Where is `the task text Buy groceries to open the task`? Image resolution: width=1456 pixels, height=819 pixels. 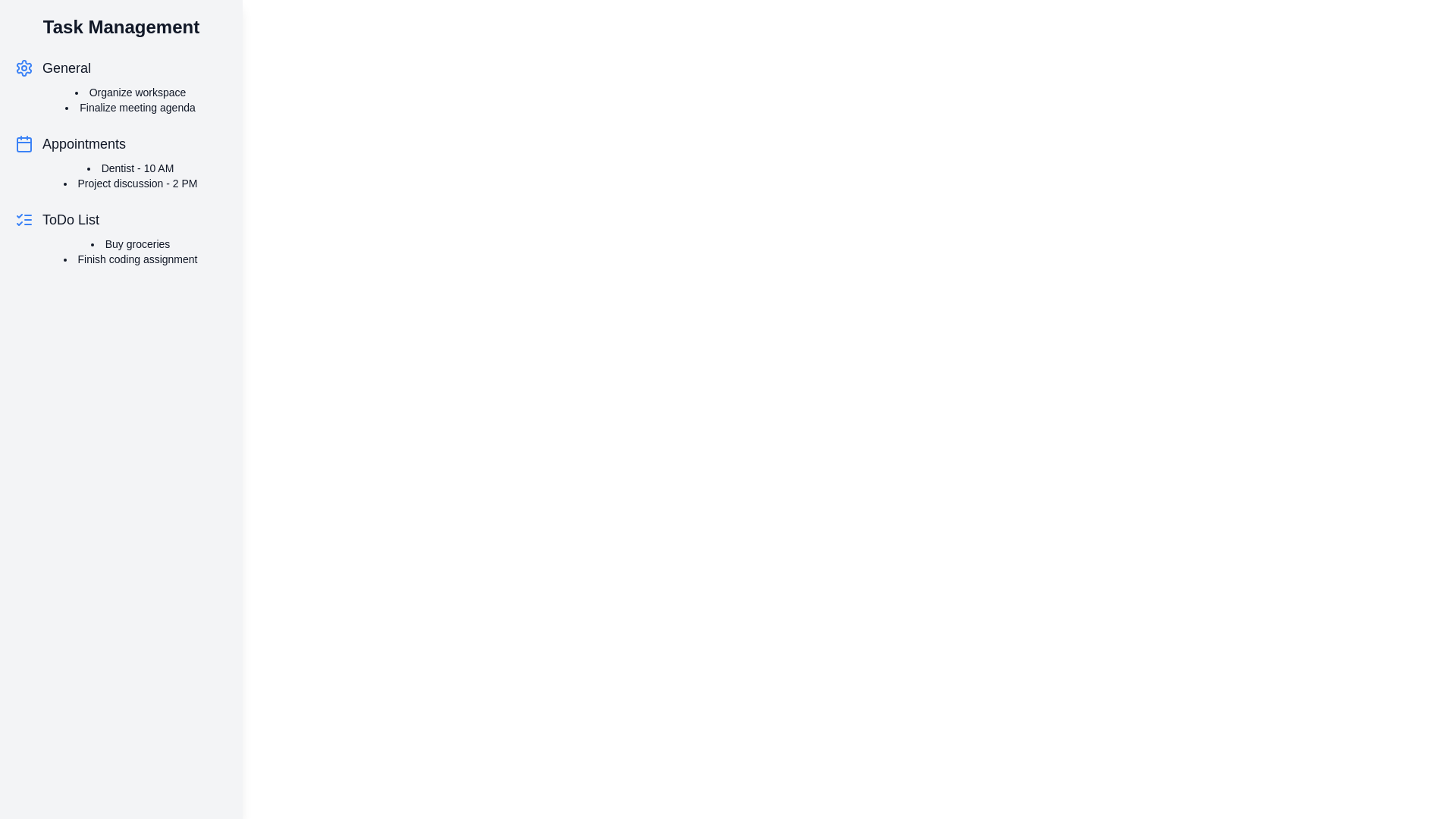 the task text Buy groceries to open the task is located at coordinates (130, 243).